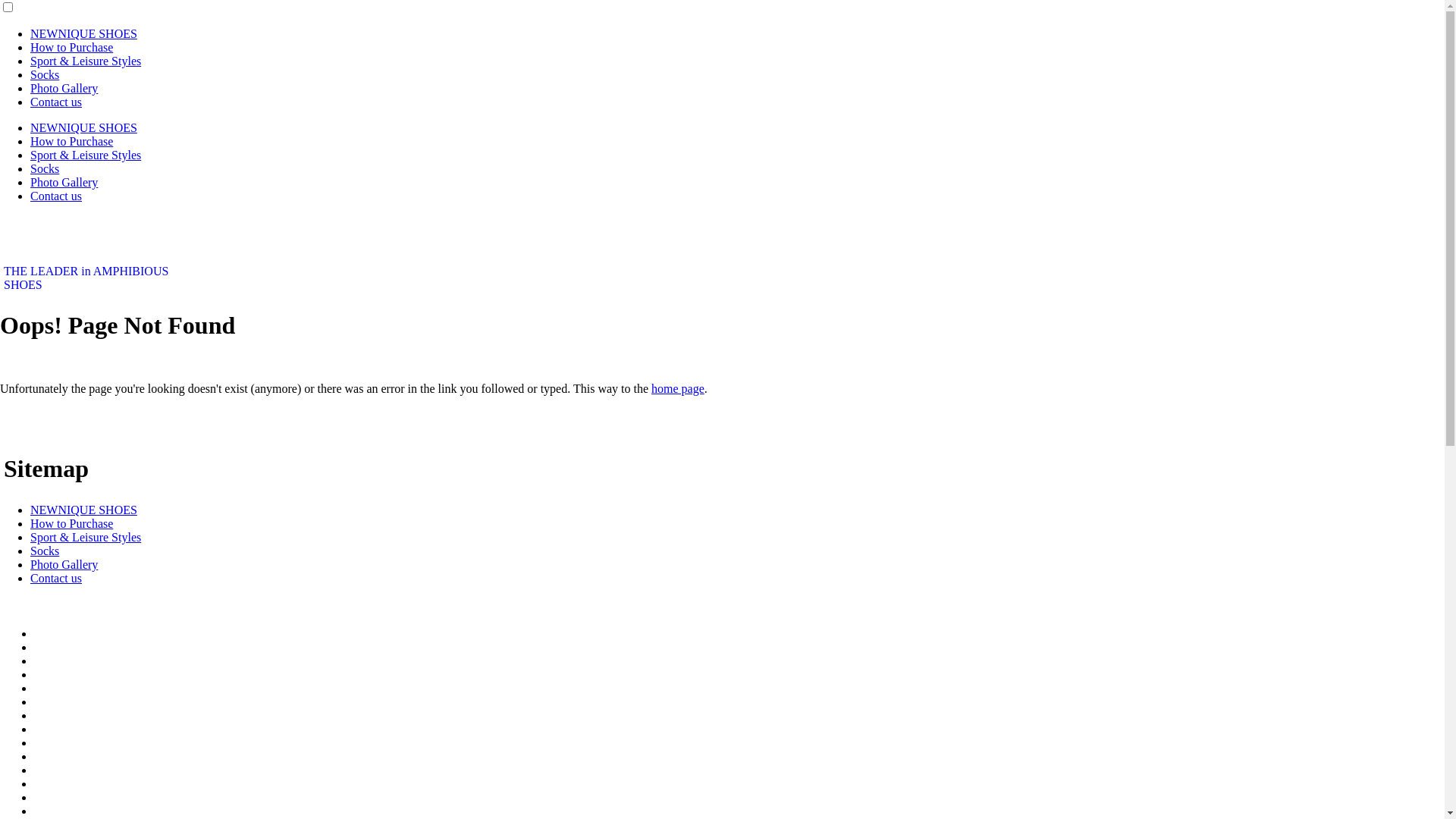 This screenshot has height=819, width=1456. What do you see at coordinates (44, 168) in the screenshot?
I see `'Socks'` at bounding box center [44, 168].